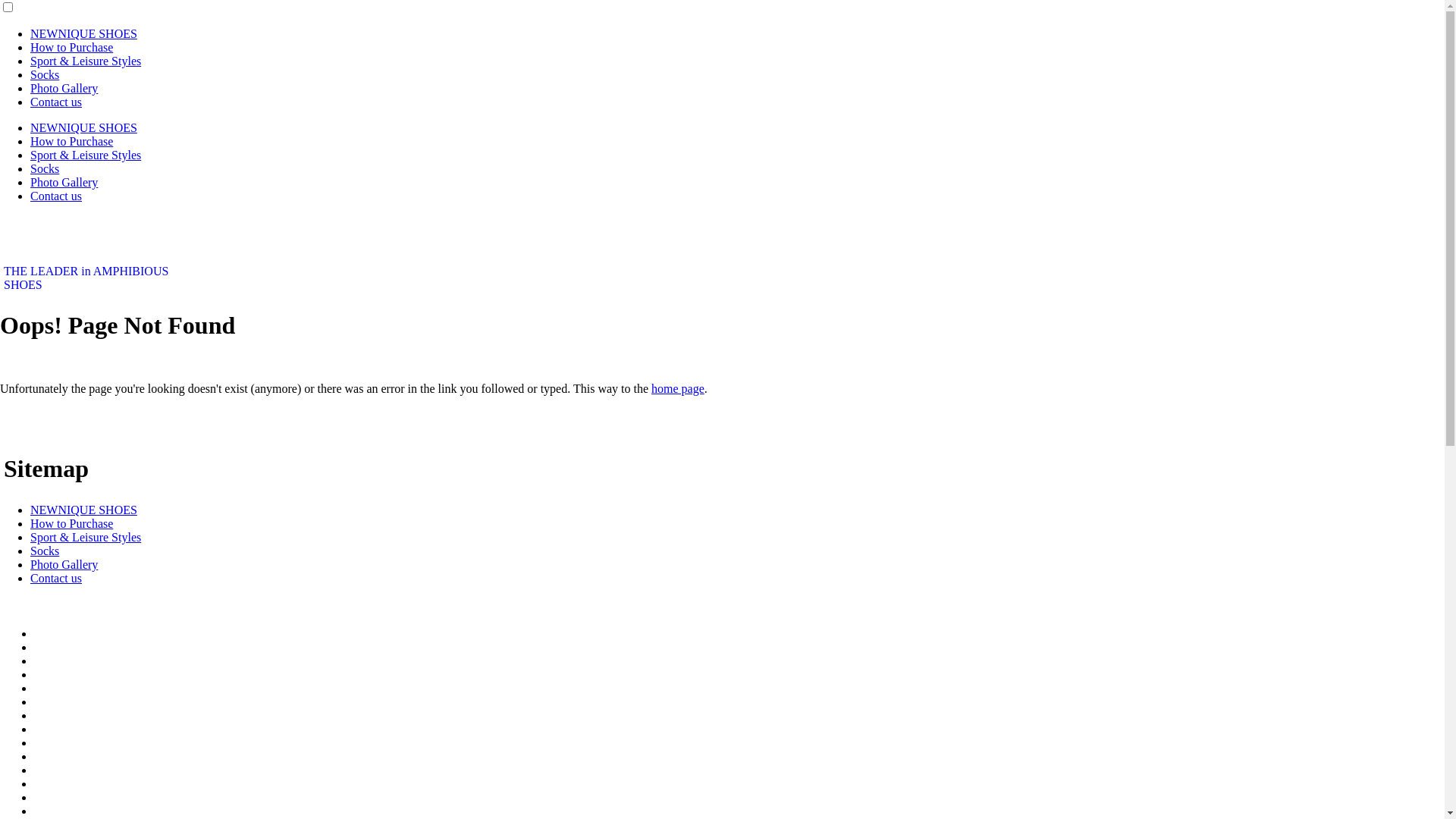 This screenshot has height=819, width=1456. What do you see at coordinates (44, 168) in the screenshot?
I see `'Socks'` at bounding box center [44, 168].